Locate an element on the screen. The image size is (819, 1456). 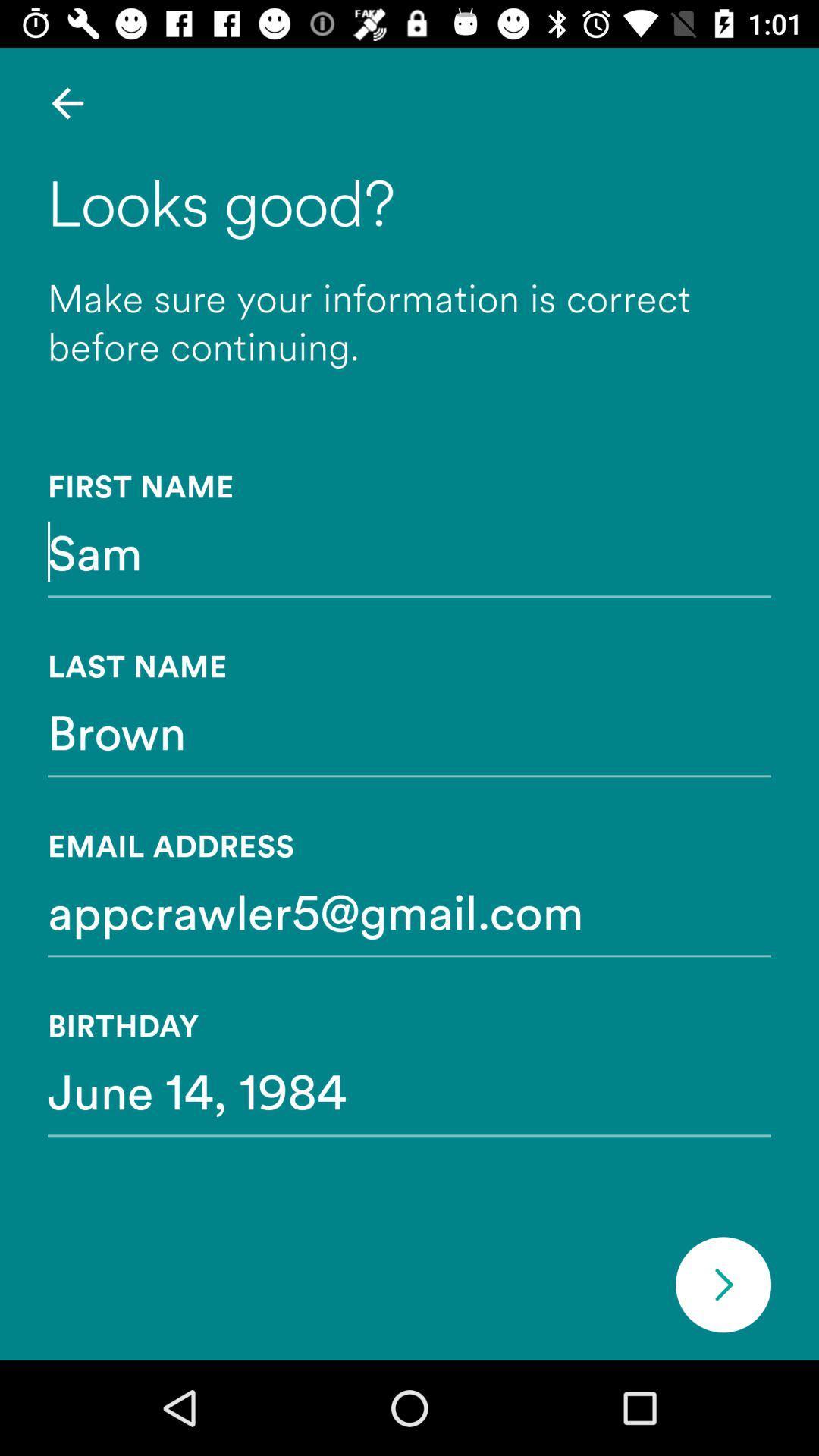
sam item is located at coordinates (409, 551).